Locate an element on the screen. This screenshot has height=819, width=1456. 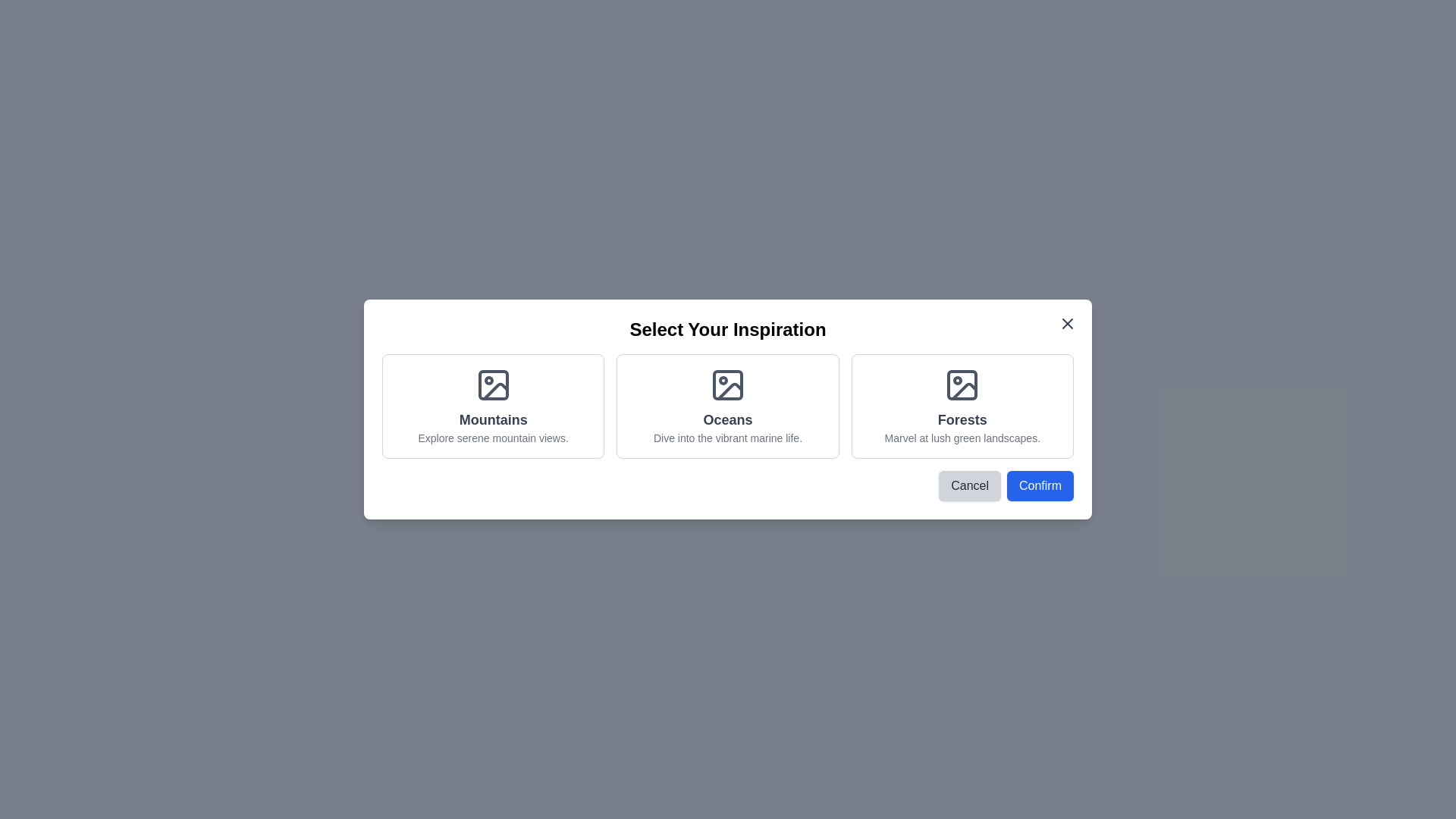
the blue 'Confirm' button with white text is located at coordinates (1040, 485).